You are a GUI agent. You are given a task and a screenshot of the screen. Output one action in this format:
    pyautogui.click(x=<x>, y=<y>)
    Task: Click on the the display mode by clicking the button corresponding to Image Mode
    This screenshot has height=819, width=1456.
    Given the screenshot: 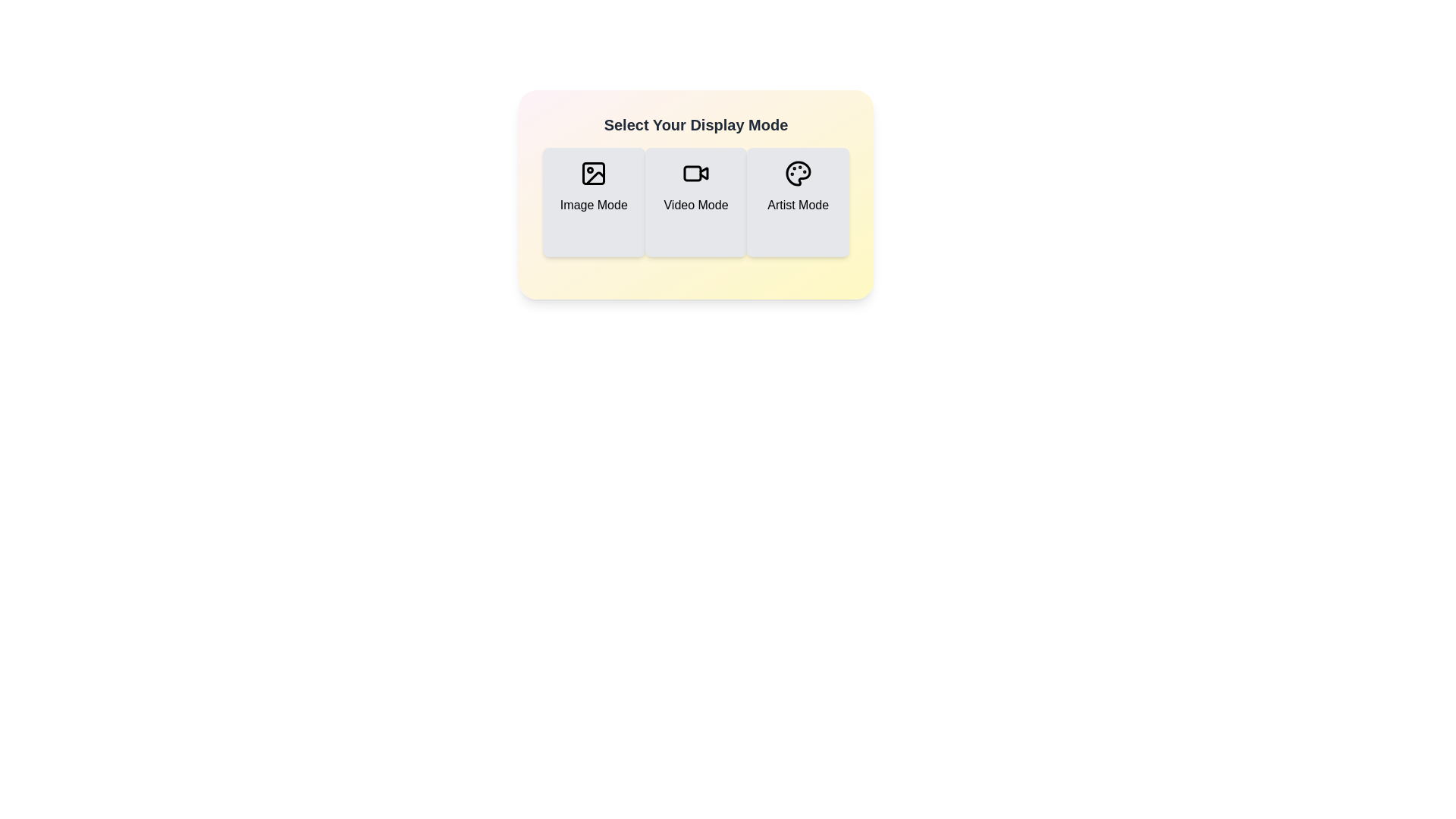 What is the action you would take?
    pyautogui.click(x=592, y=201)
    